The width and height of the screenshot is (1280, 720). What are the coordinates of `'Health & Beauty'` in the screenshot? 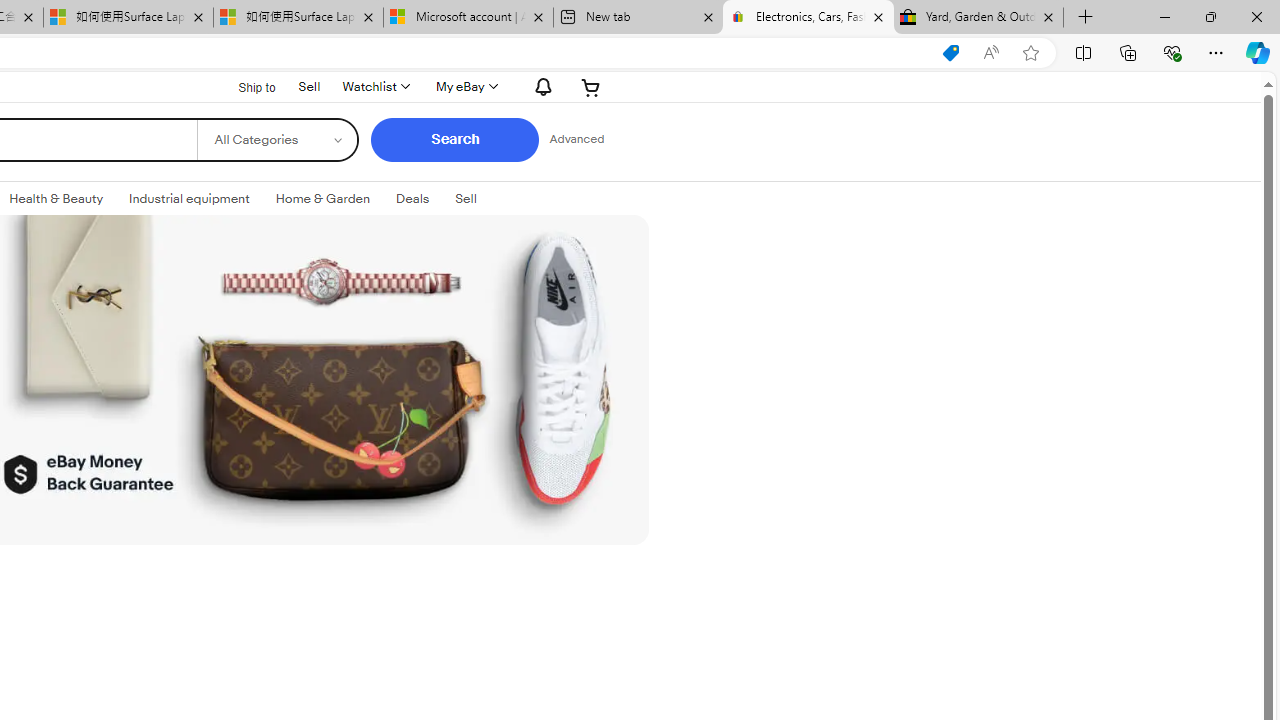 It's located at (56, 199).